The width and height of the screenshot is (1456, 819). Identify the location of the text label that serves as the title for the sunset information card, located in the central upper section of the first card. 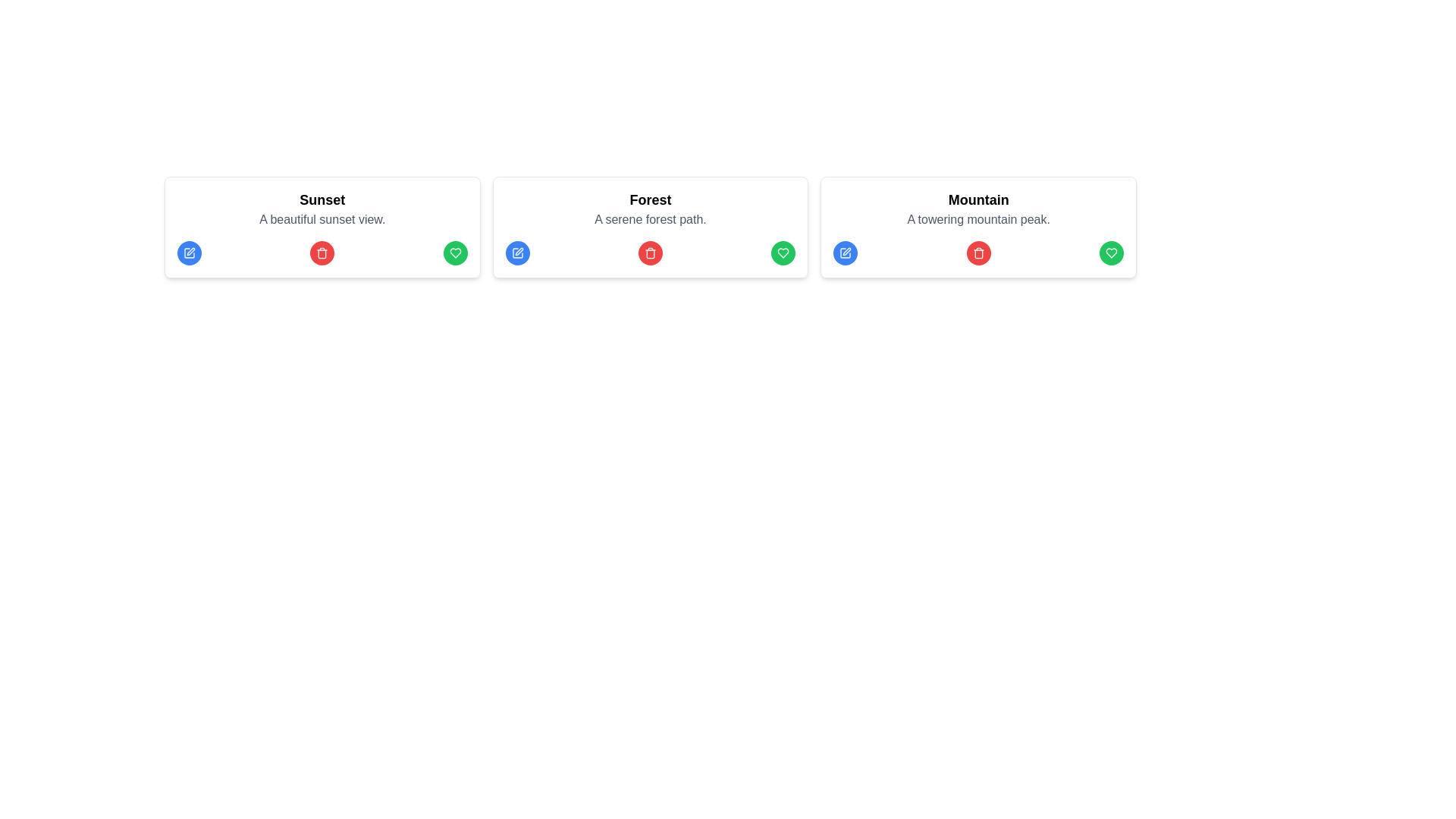
(322, 199).